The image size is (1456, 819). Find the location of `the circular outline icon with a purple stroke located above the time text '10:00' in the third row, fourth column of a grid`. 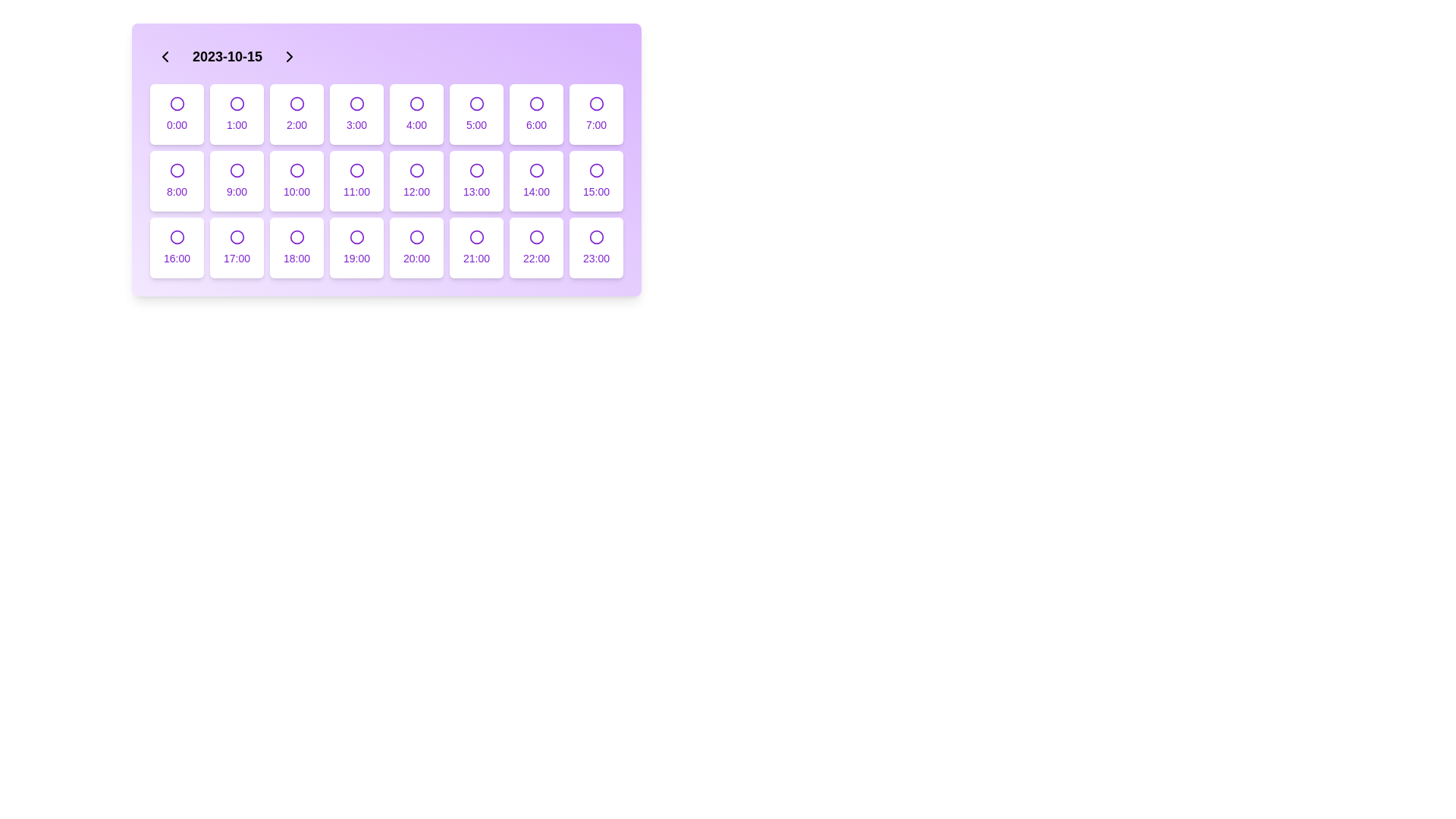

the circular outline icon with a purple stroke located above the time text '10:00' in the third row, fourth column of a grid is located at coordinates (297, 170).